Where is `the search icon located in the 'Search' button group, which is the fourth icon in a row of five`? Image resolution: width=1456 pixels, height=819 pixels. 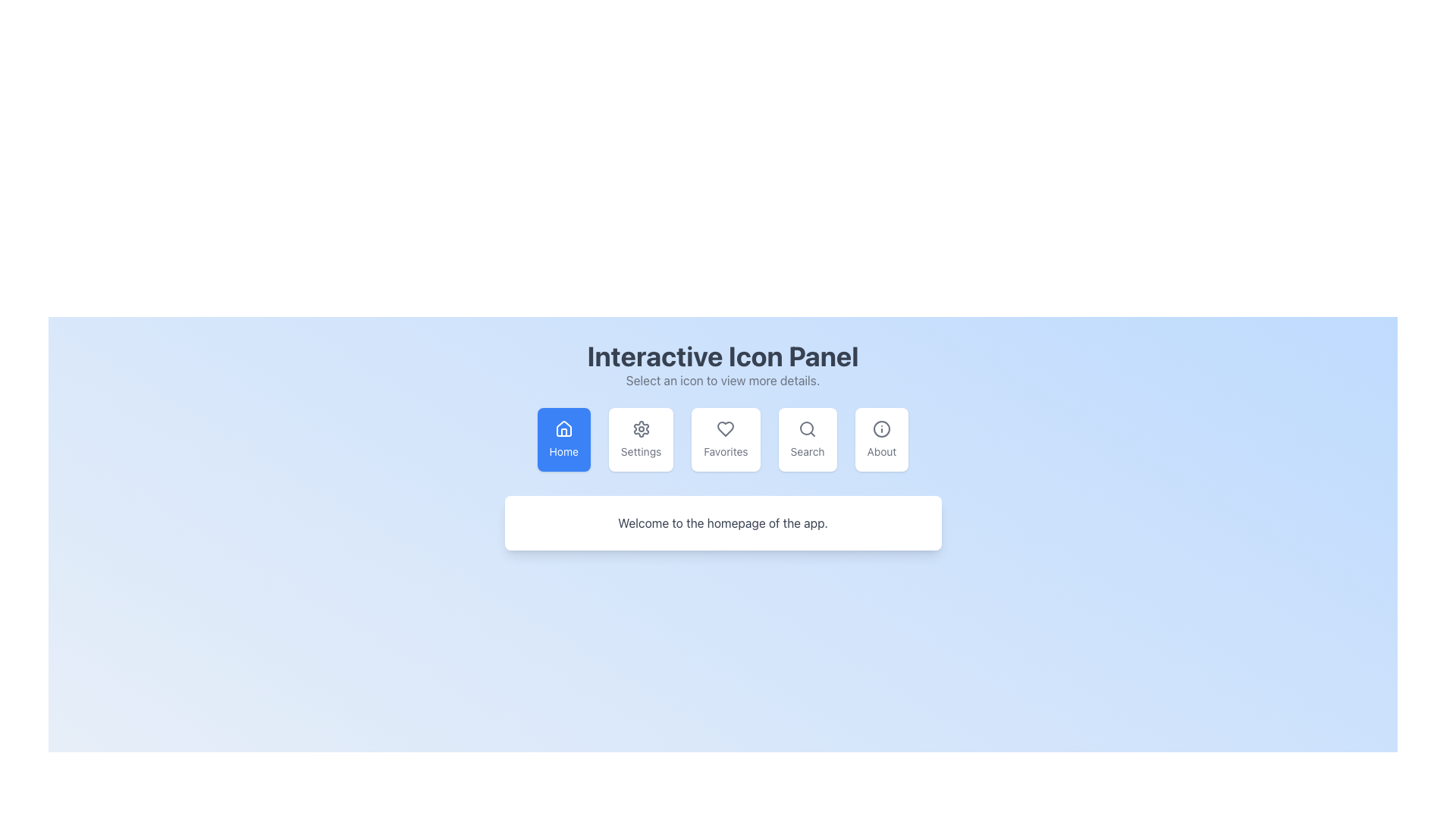 the search icon located in the 'Search' button group, which is the fourth icon in a row of five is located at coordinates (807, 429).